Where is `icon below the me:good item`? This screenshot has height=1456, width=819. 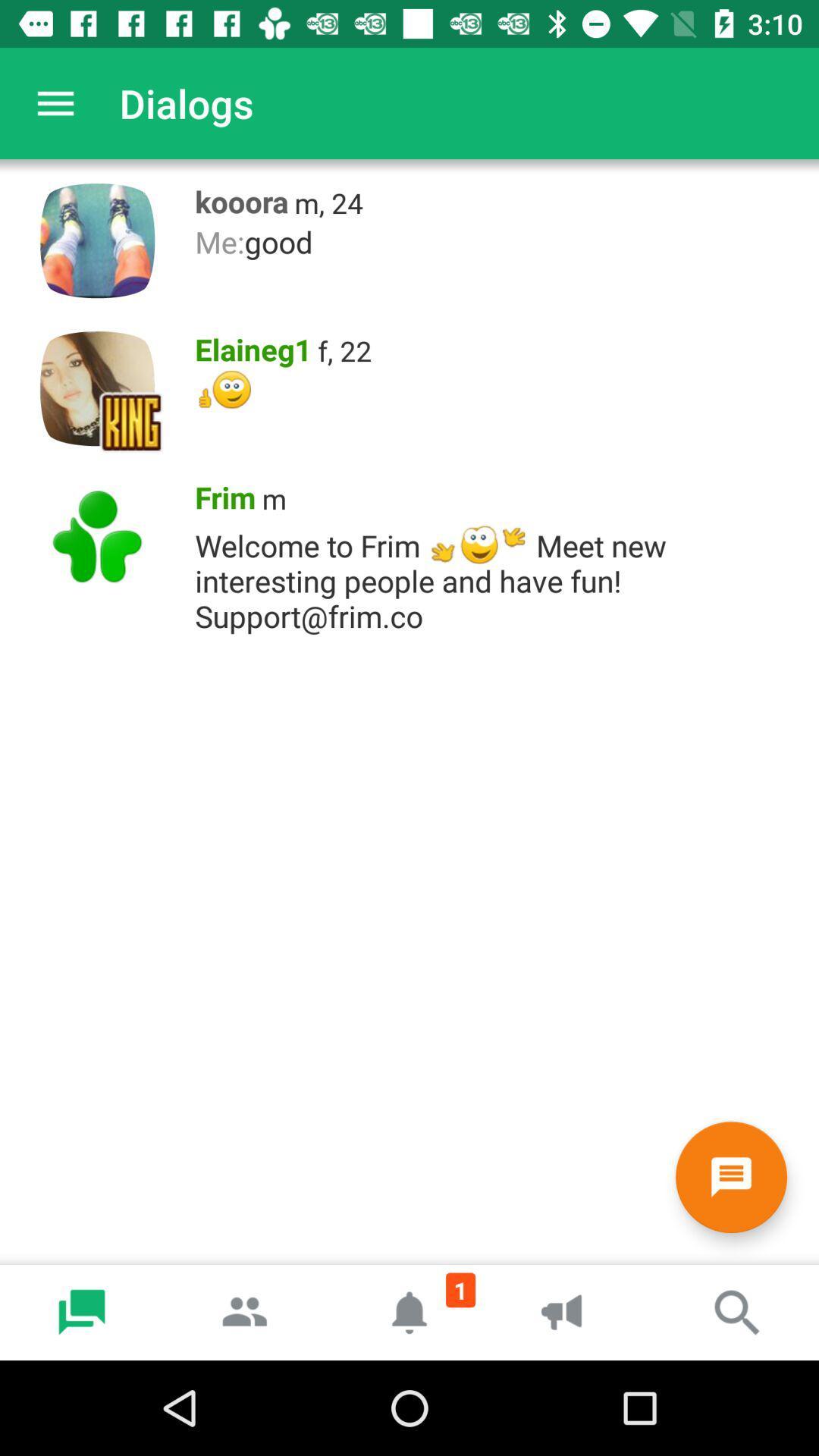
icon below the me:good item is located at coordinates (344, 350).